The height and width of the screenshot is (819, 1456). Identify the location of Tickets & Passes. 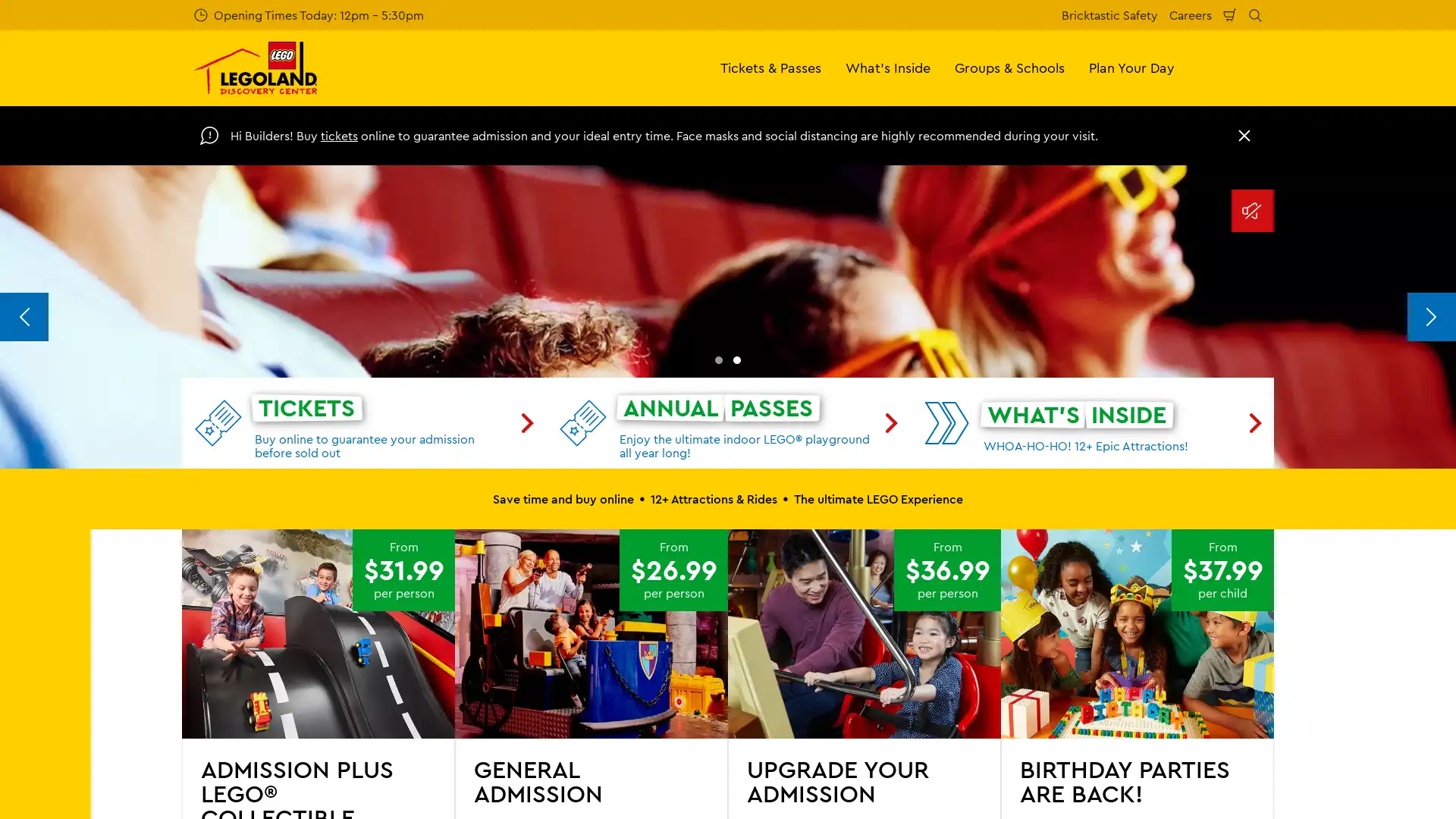
(770, 67).